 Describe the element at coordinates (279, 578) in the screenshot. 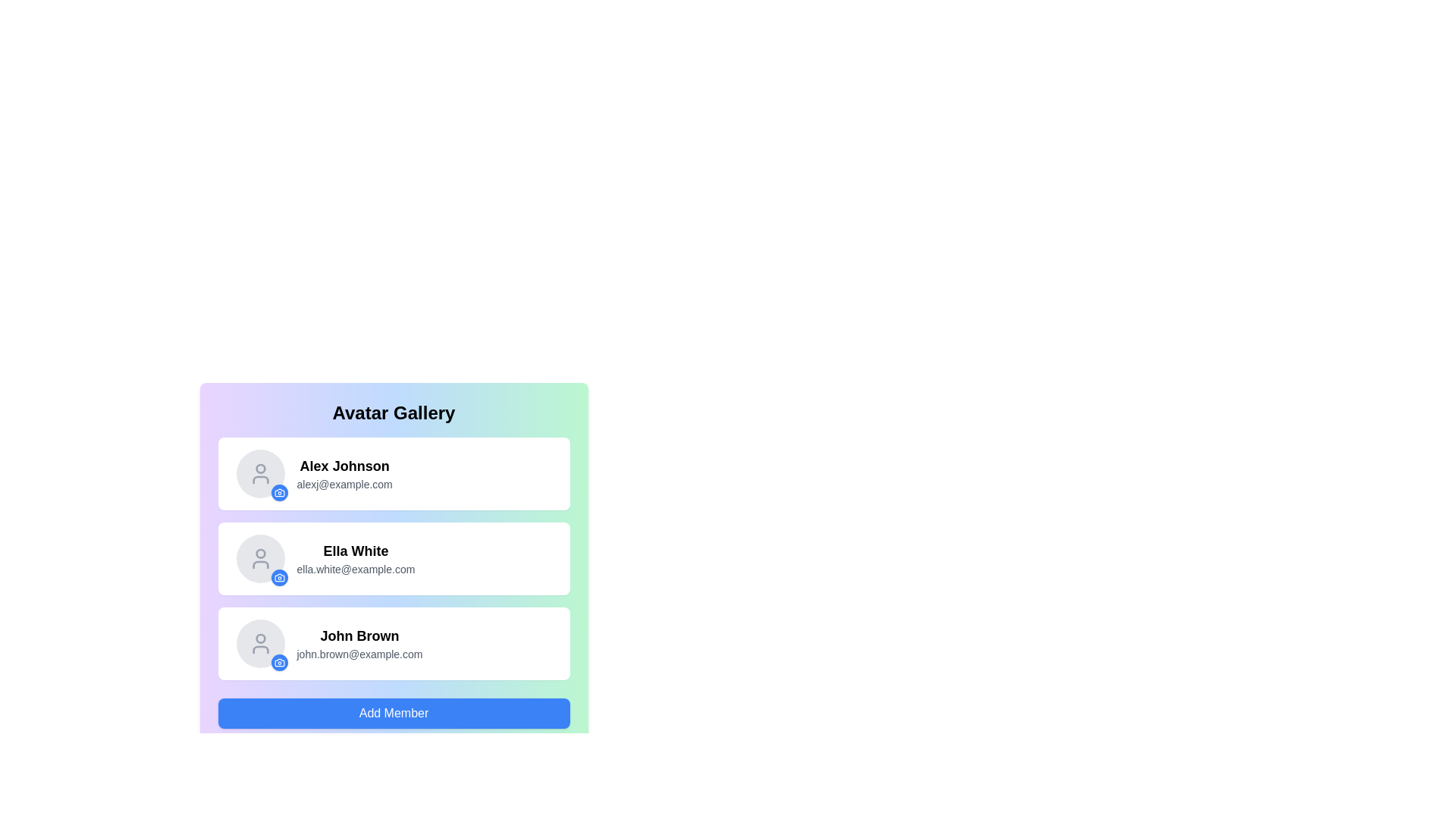

I see `the circular blue button with a white camera icon located at the bottom-right corner of the second circular avatar area representing the user Ella White` at that location.